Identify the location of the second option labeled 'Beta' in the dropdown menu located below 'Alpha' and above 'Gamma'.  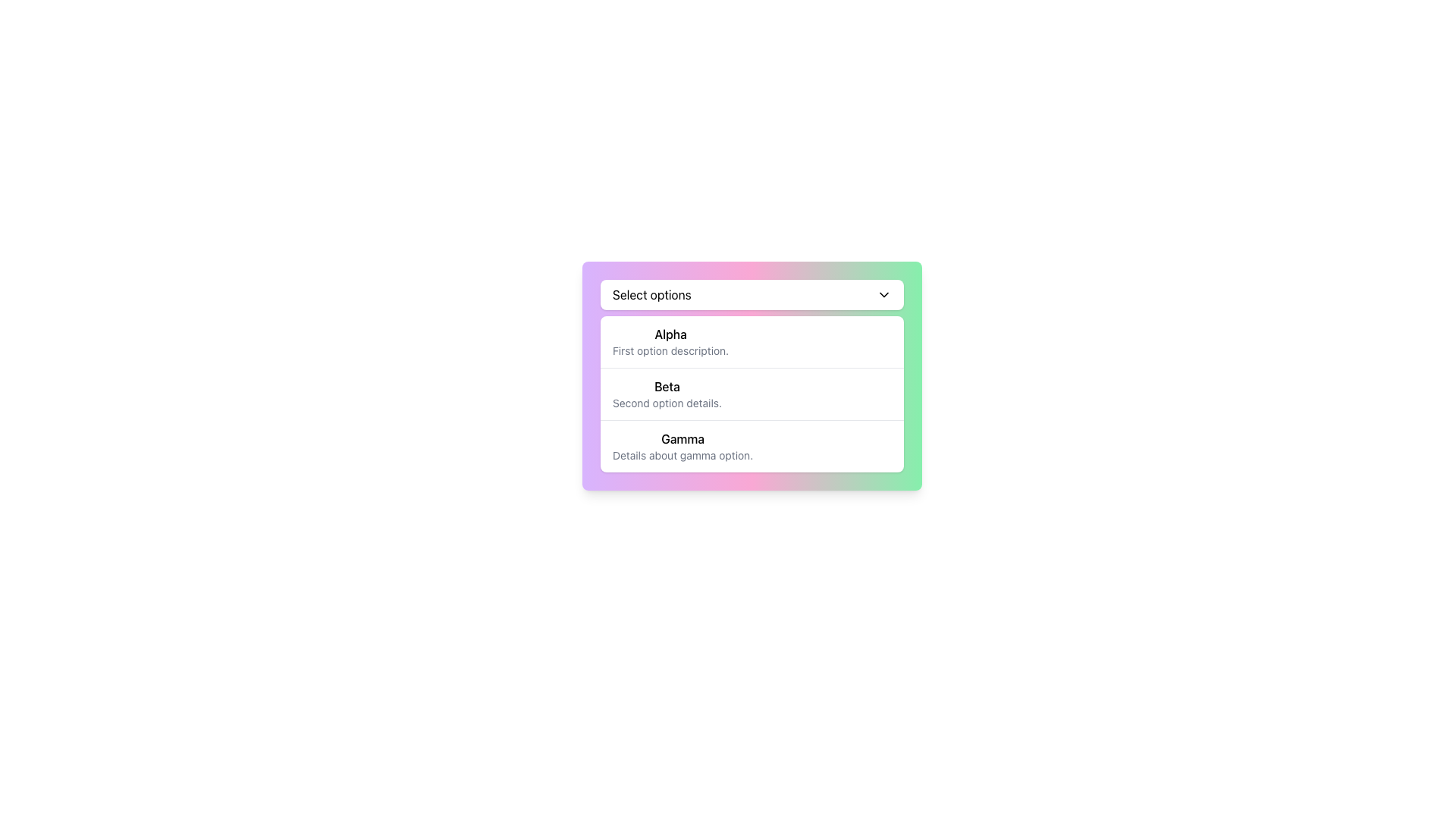
(752, 375).